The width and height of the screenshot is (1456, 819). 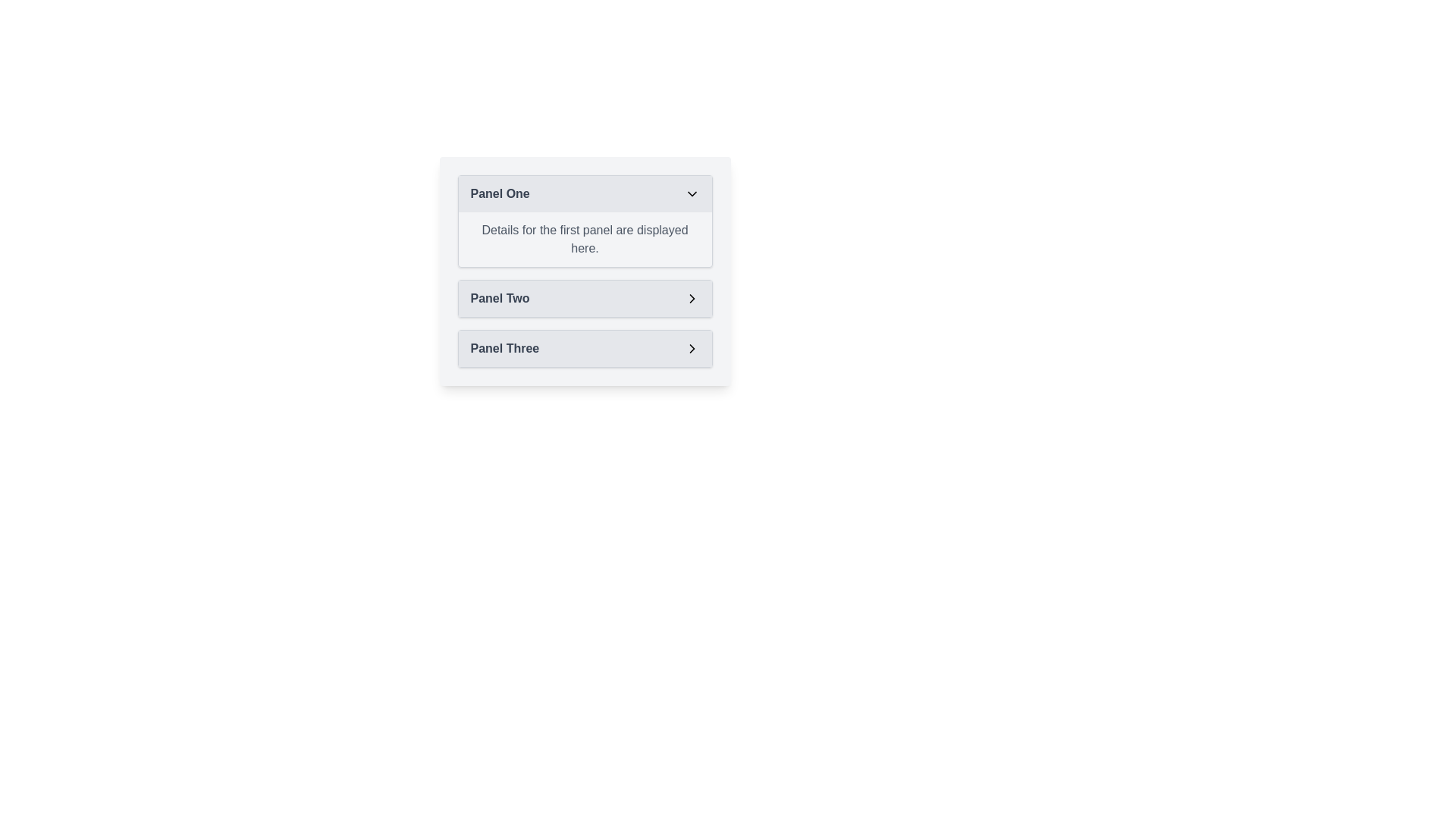 What do you see at coordinates (691, 193) in the screenshot?
I see `the chevron-down icon located at the far right side of the header box labeled 'Panel One'` at bounding box center [691, 193].